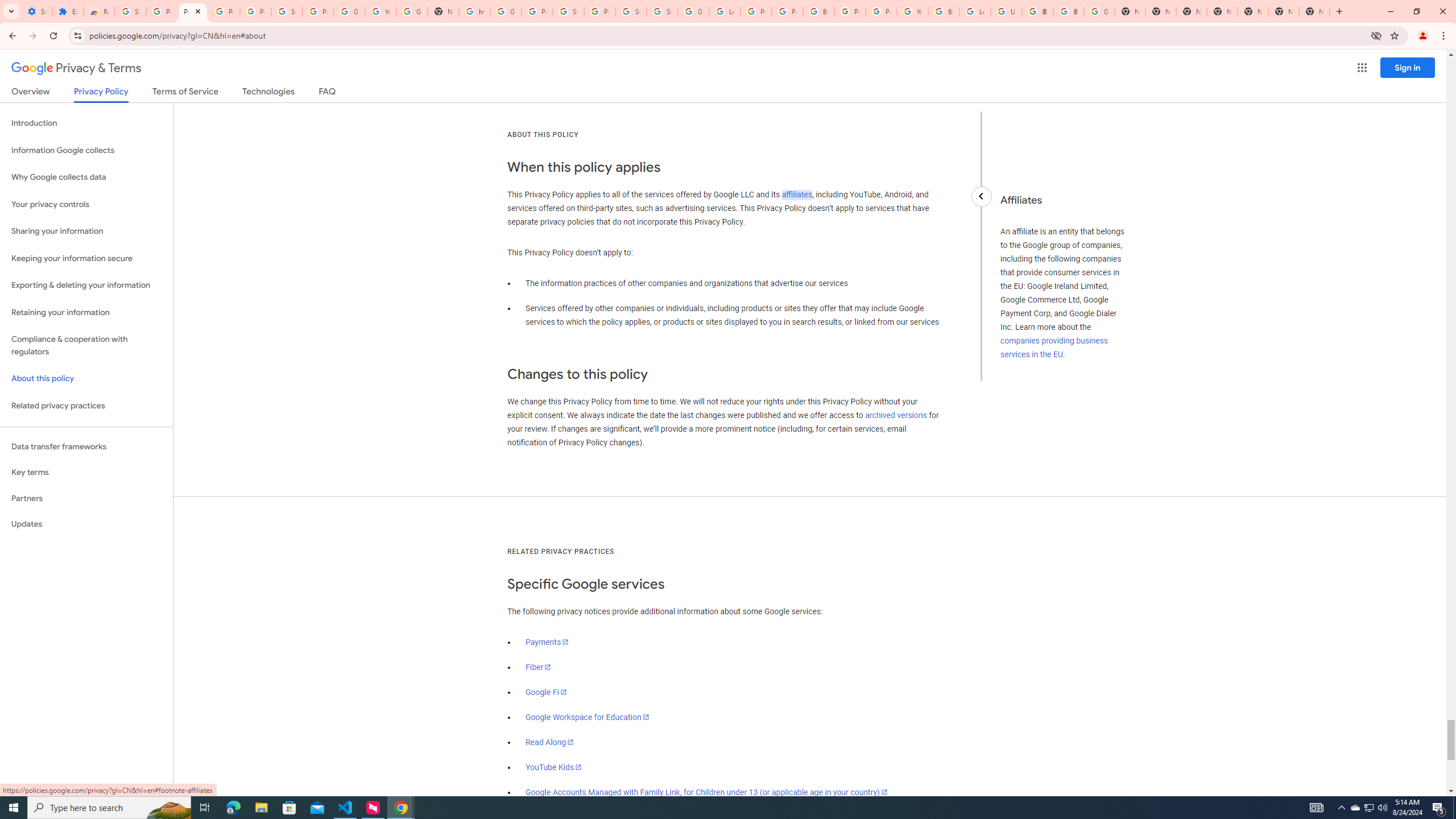  What do you see at coordinates (86, 405) in the screenshot?
I see `'Related privacy practices'` at bounding box center [86, 405].